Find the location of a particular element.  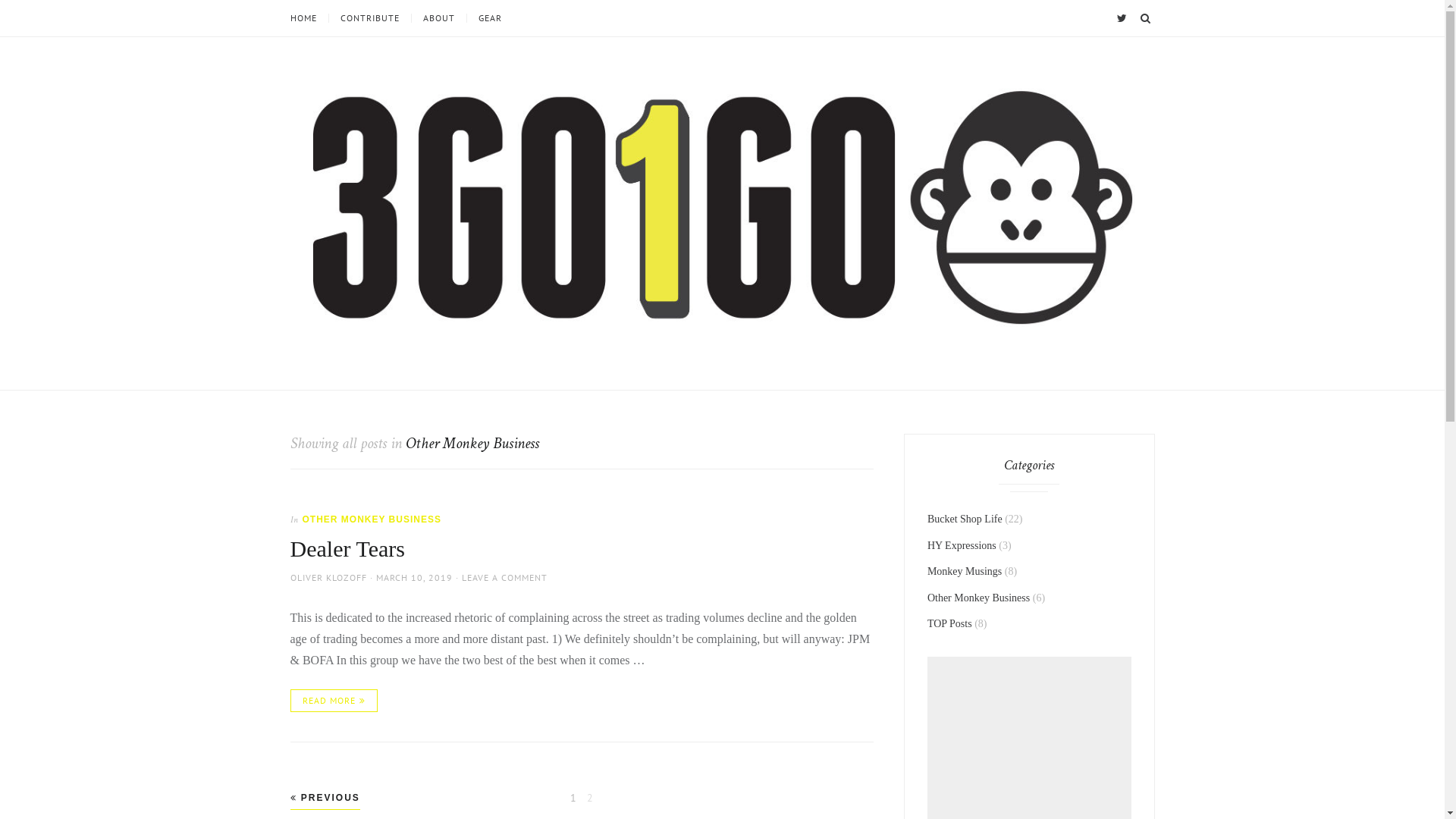

'GEAR' is located at coordinates (488, 17).